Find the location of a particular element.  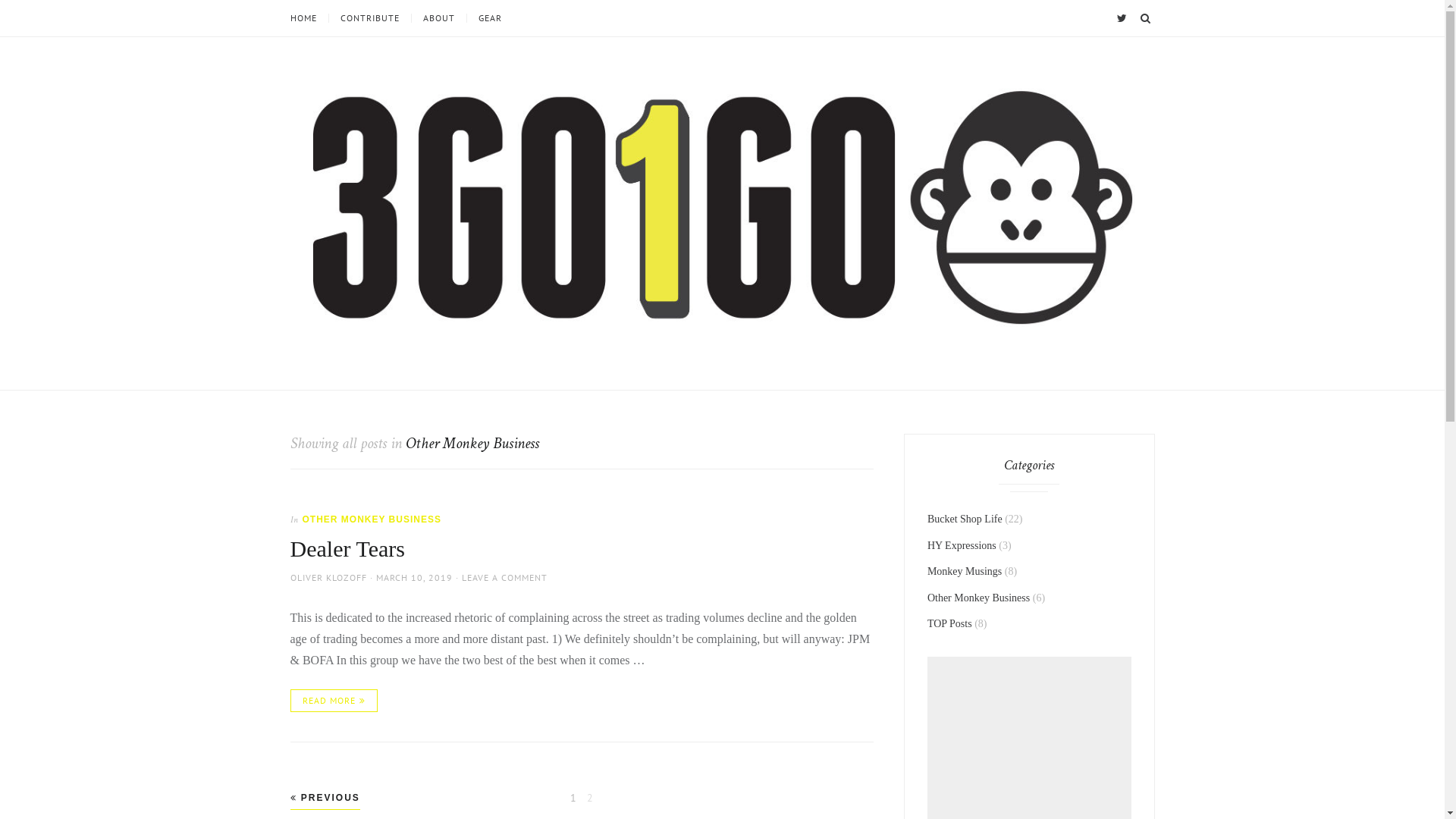

'GEAR' is located at coordinates (488, 17).